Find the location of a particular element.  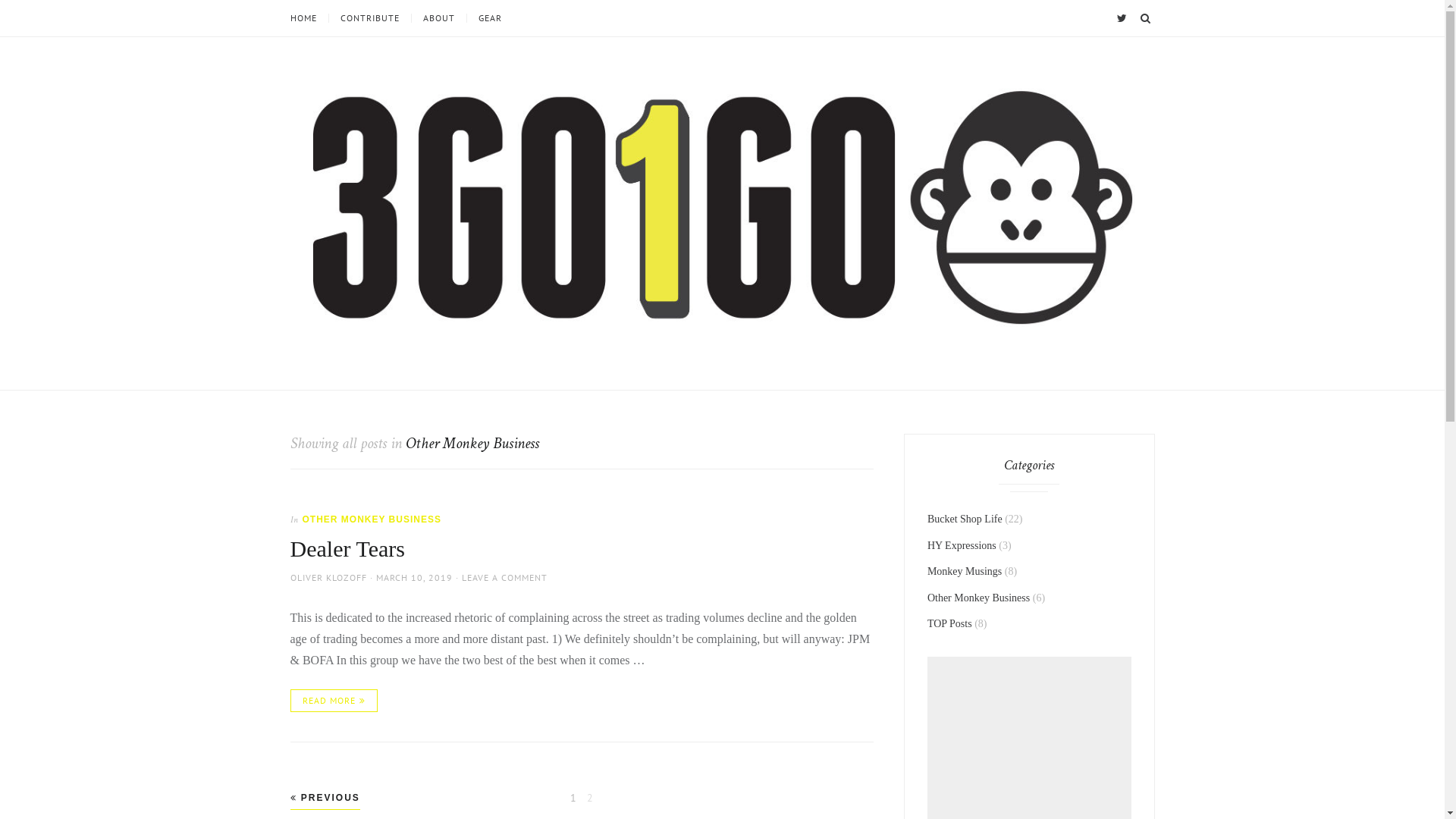

'GEAR' is located at coordinates (488, 17).